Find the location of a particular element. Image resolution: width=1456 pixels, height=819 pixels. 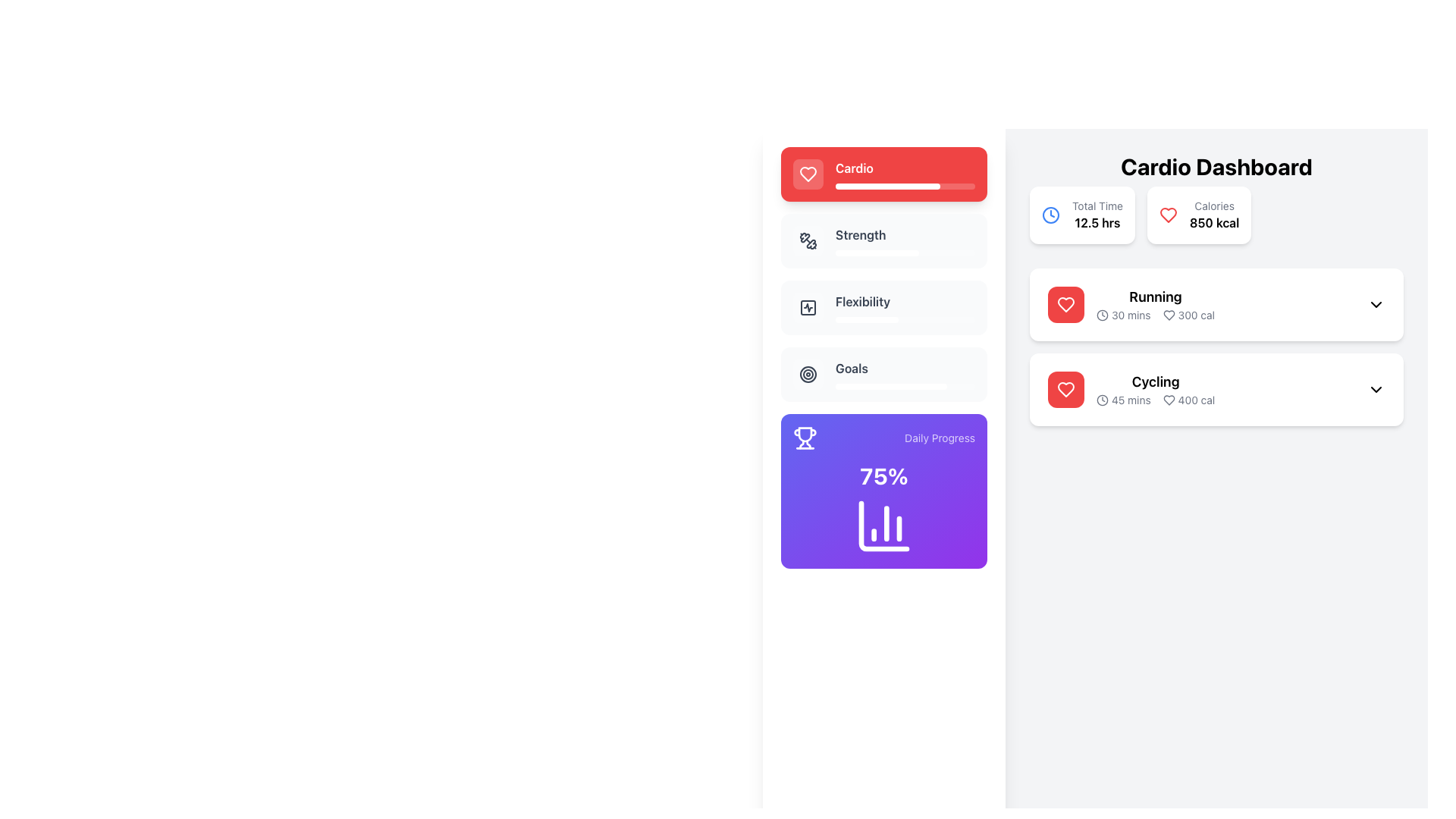

the central cup-like part of the trophy icon that represents an achievement or goal in the application is located at coordinates (804, 435).